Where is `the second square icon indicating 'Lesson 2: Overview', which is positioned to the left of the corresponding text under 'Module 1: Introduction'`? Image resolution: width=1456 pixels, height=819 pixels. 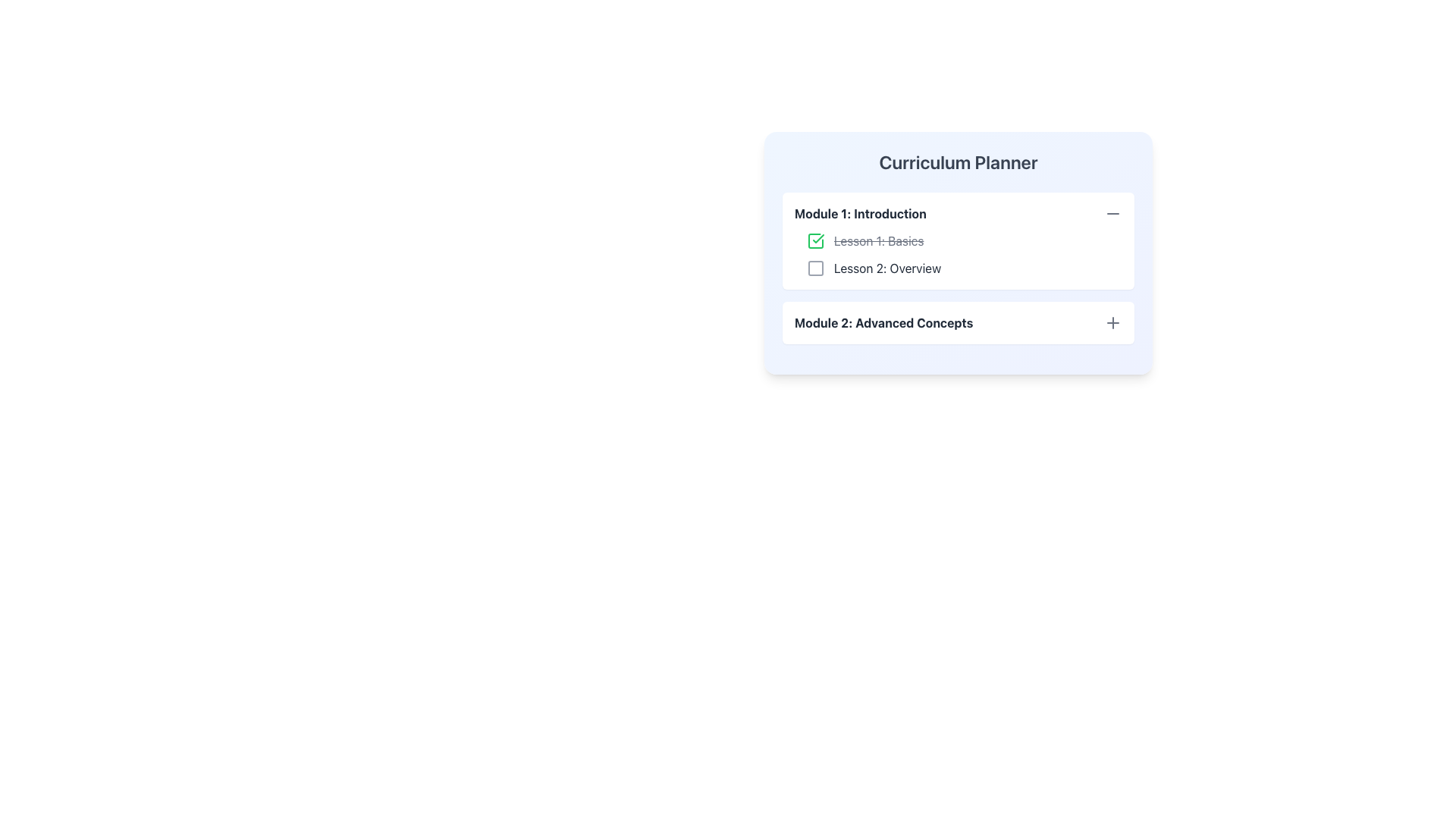 the second square icon indicating 'Lesson 2: Overview', which is positioned to the left of the corresponding text under 'Module 1: Introduction' is located at coordinates (814, 268).